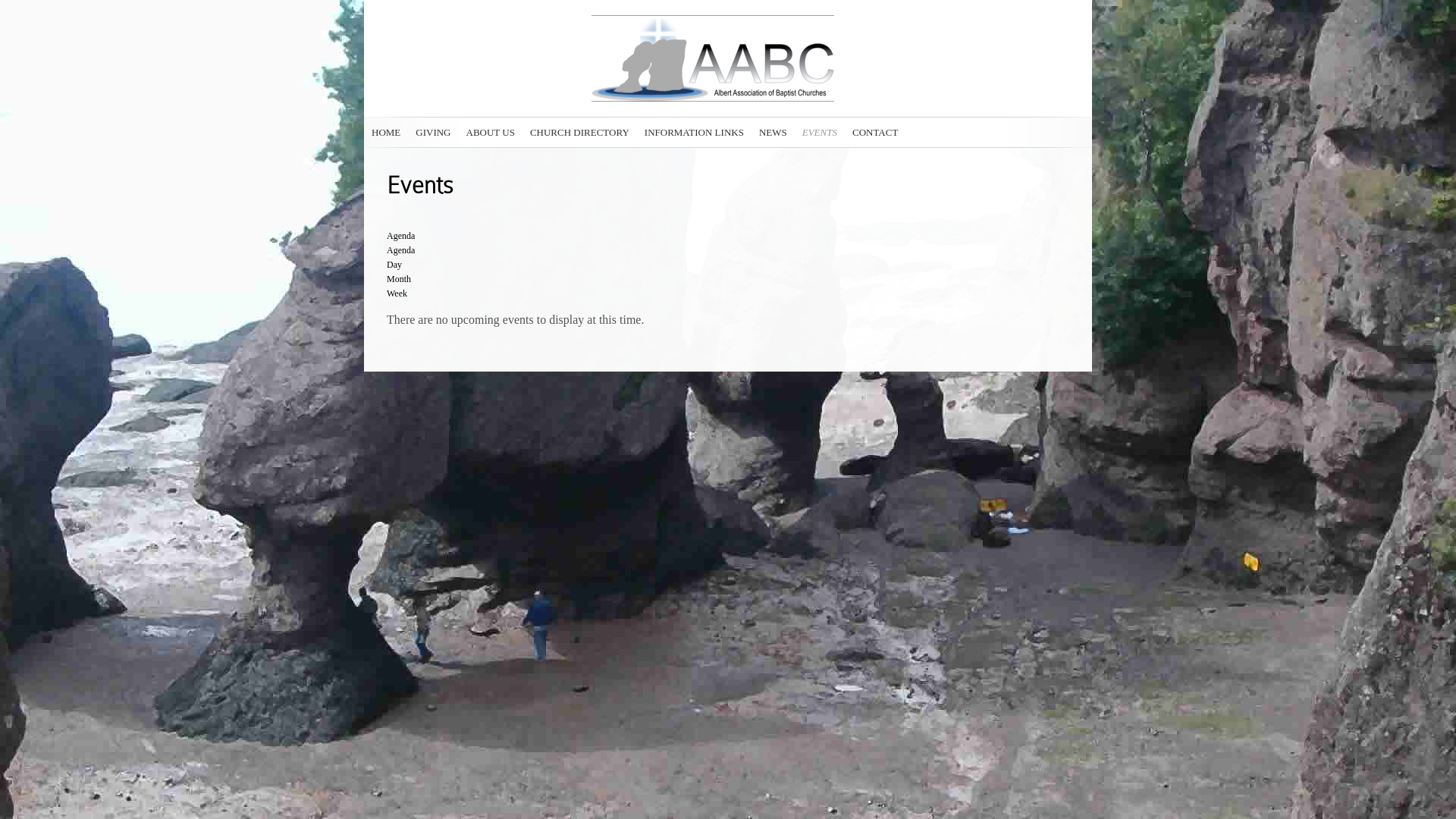  What do you see at coordinates (400, 249) in the screenshot?
I see `'Agenda'` at bounding box center [400, 249].